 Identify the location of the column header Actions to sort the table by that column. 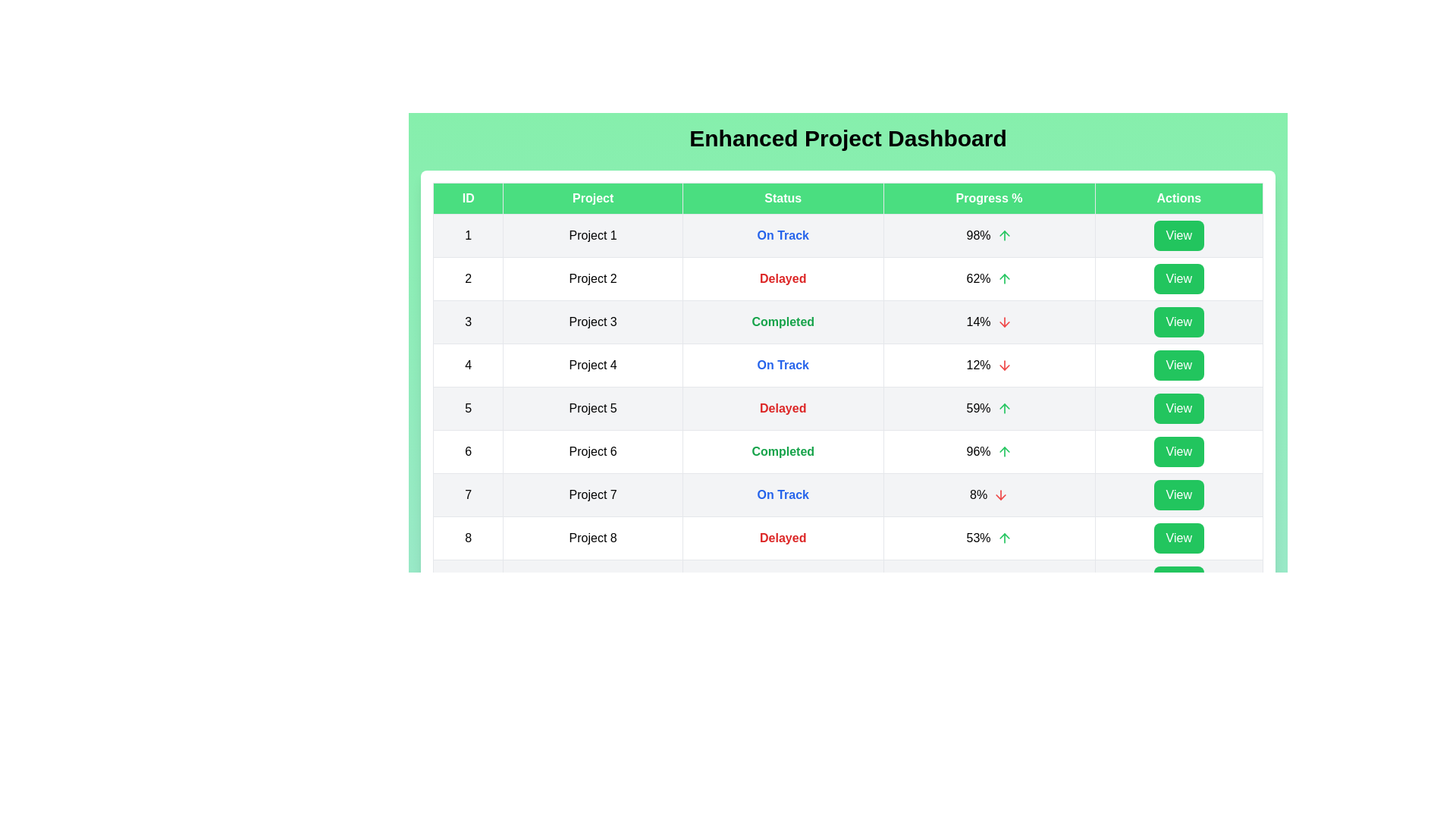
(1178, 198).